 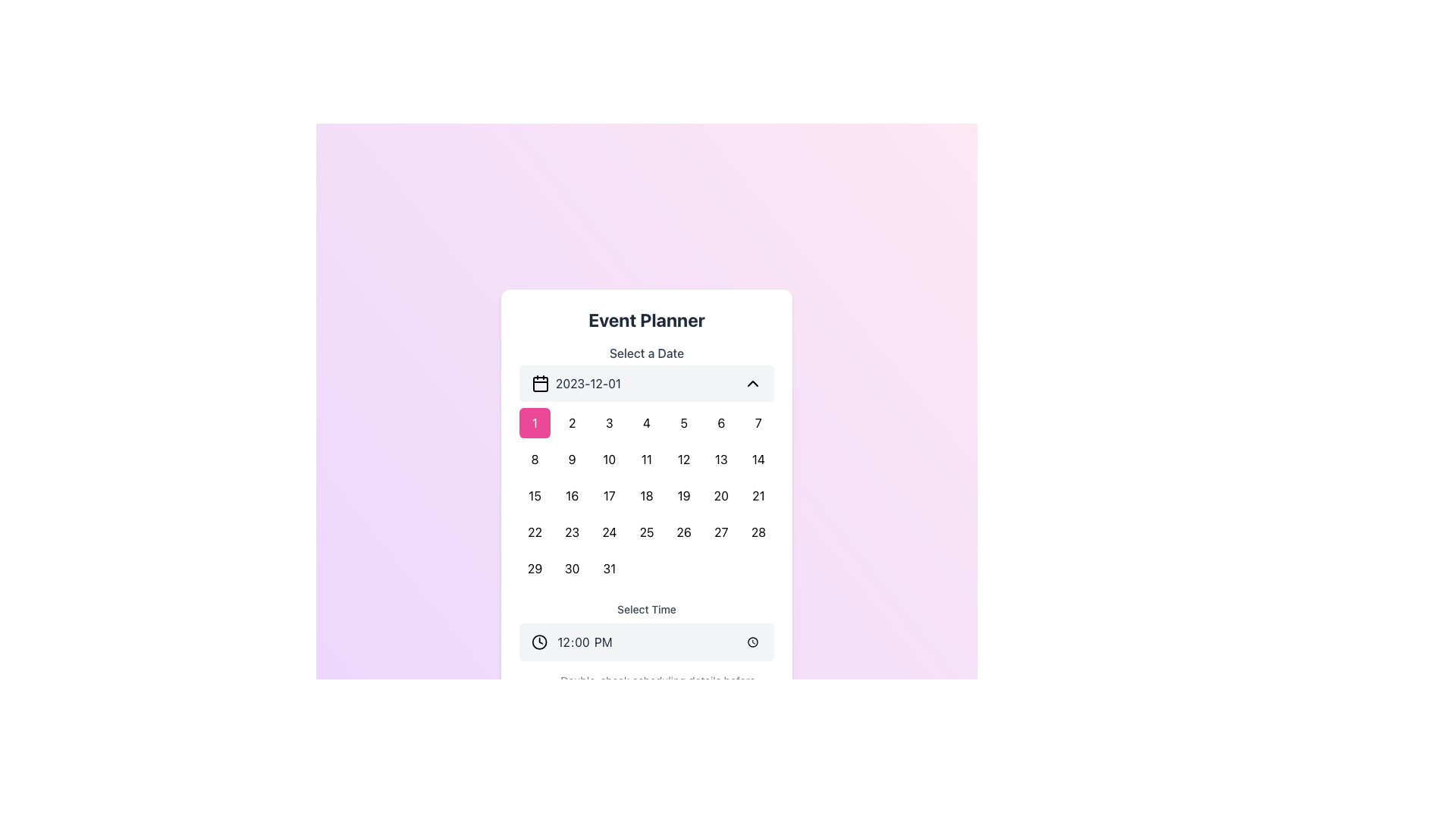 I want to click on to select the calendar date cell displaying the number '14' located in the last column of the second week in the 'Event Planner' section, so click(x=758, y=458).